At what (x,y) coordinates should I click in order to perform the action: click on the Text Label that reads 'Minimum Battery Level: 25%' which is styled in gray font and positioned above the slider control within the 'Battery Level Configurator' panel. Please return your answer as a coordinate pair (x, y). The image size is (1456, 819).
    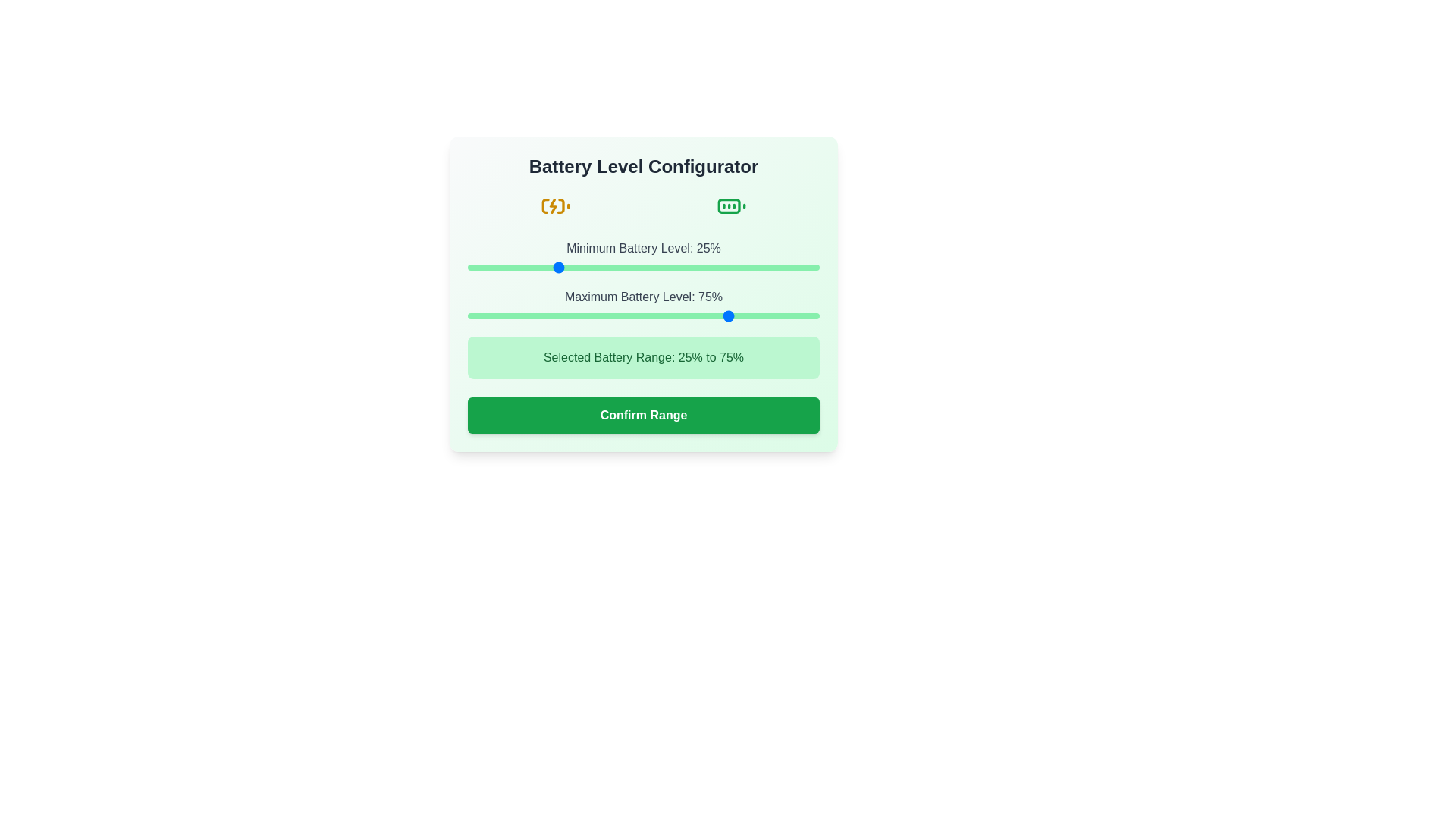
    Looking at the image, I should click on (644, 247).